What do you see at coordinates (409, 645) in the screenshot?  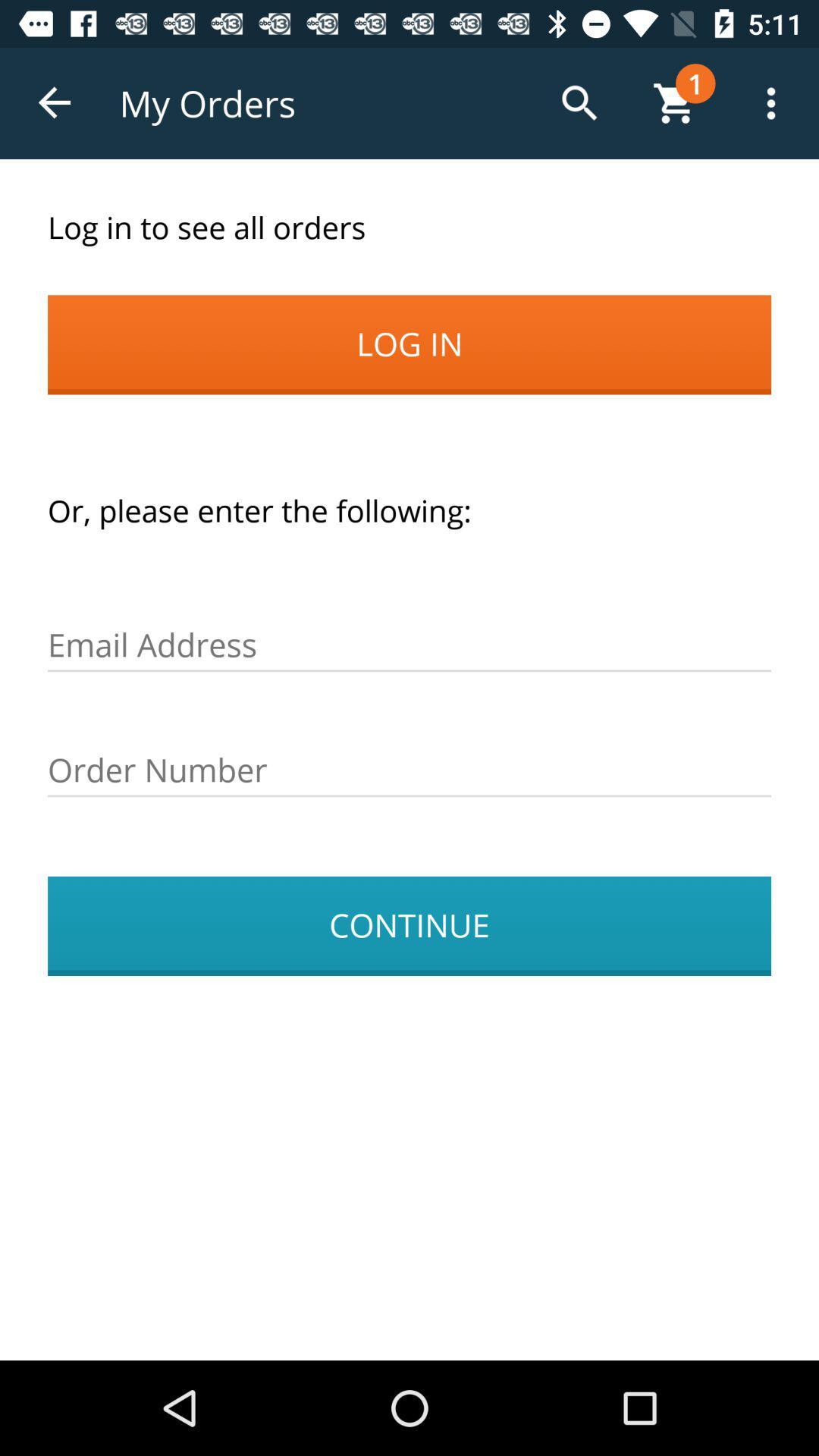 I see `email address` at bounding box center [409, 645].